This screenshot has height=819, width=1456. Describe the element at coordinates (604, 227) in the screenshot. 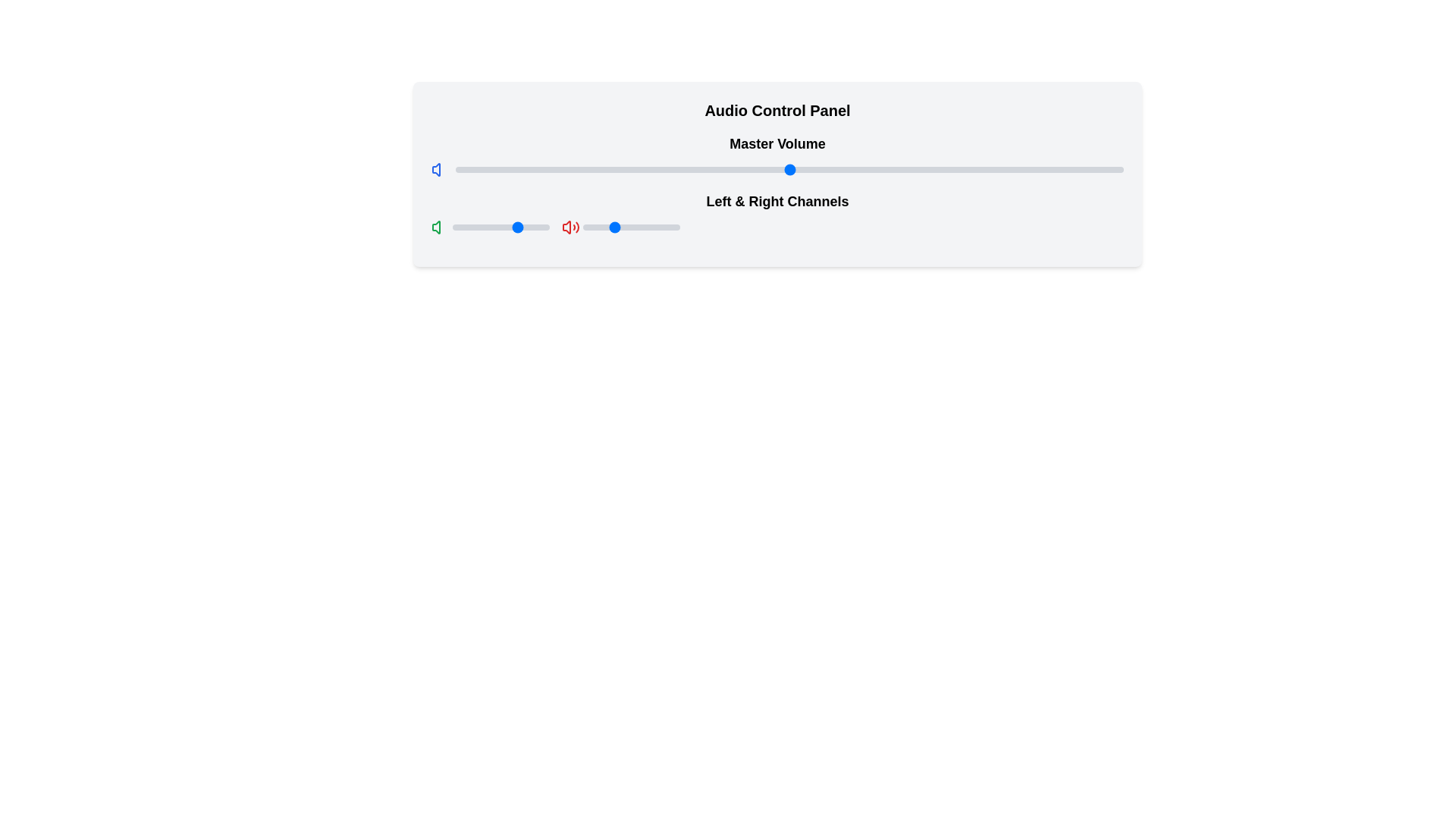

I see `the balance of left and right audio channels` at that location.